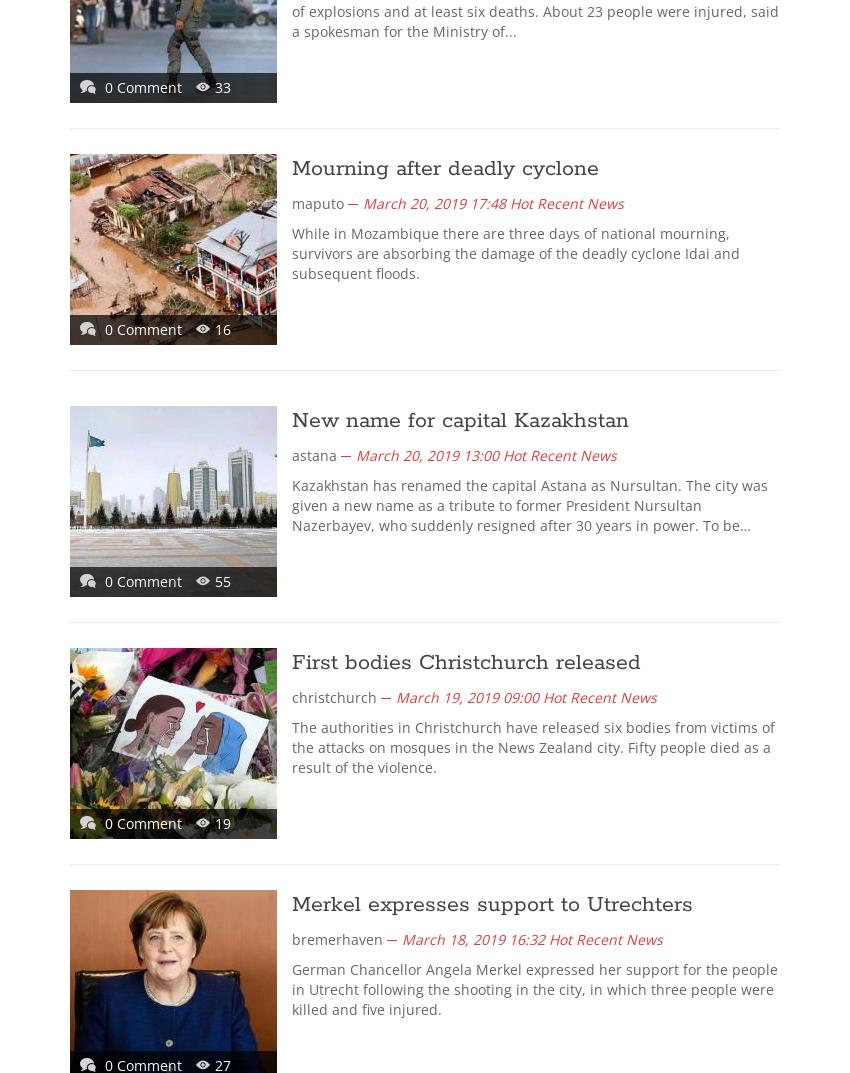 This screenshot has width=850, height=1073. Describe the element at coordinates (317, 203) in the screenshot. I see `'maputo'` at that location.